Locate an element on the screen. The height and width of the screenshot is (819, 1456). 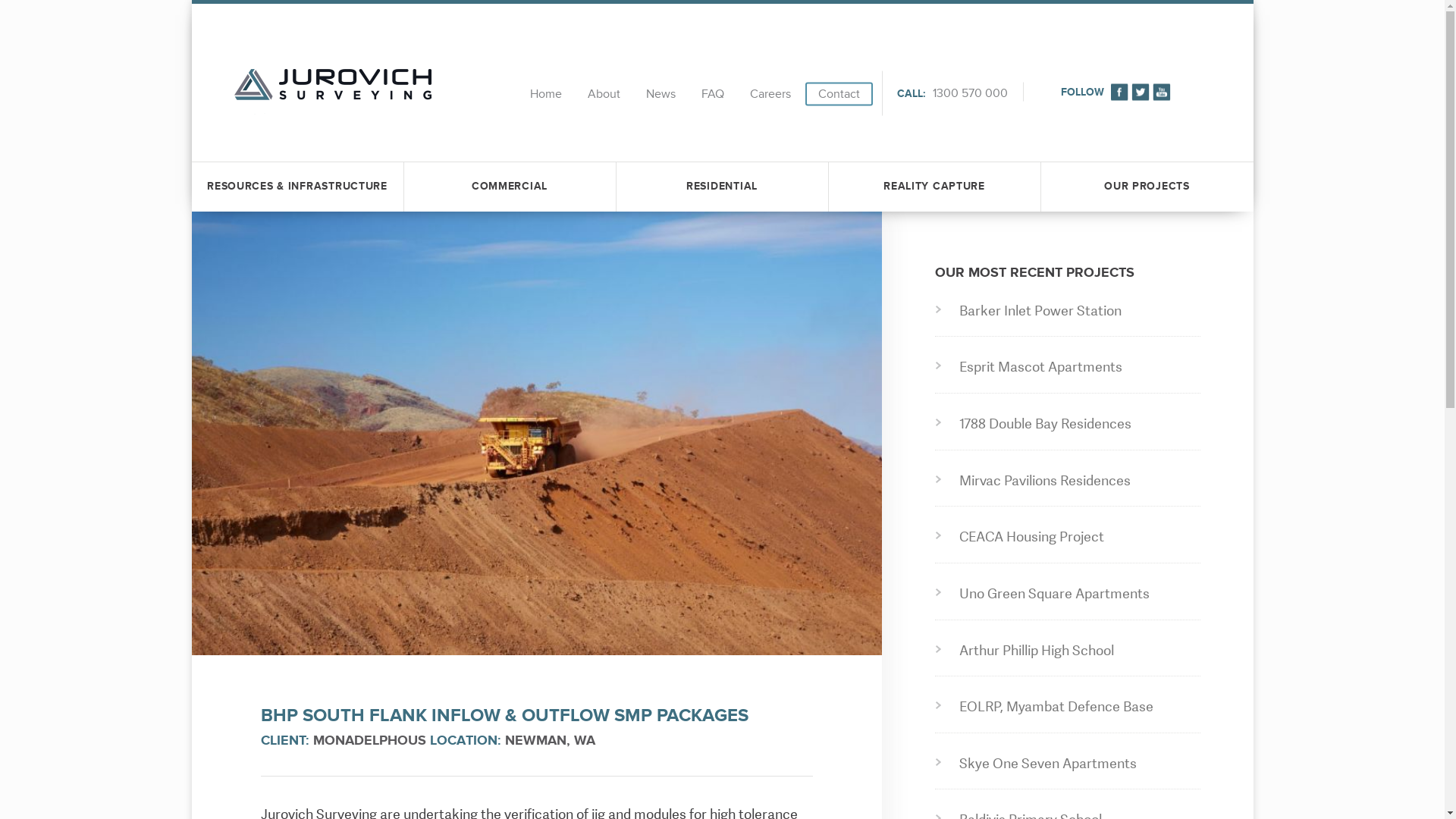
'Mirvac Pavilions Residences' is located at coordinates (1070, 481).